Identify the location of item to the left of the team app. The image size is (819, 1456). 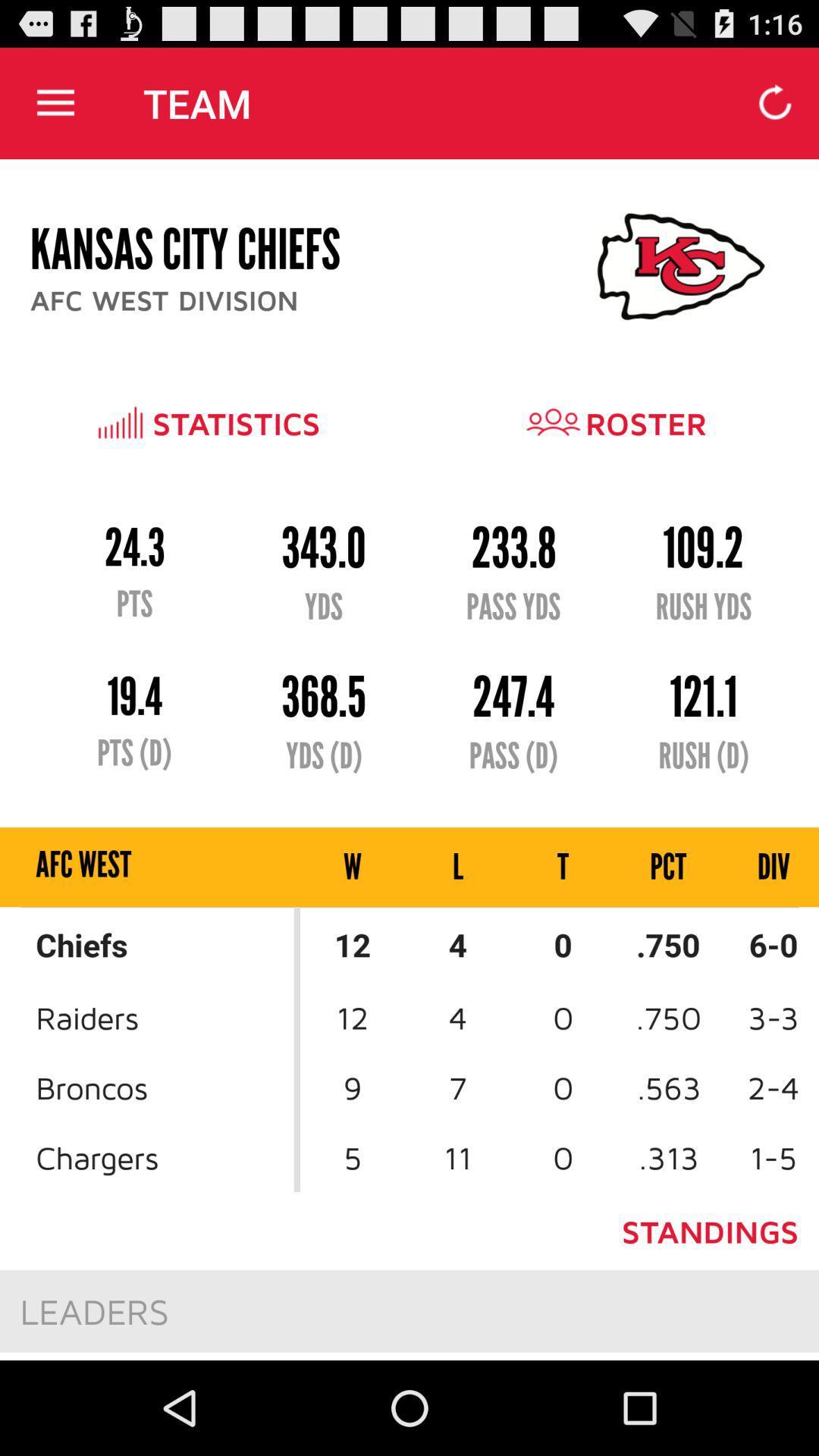
(55, 102).